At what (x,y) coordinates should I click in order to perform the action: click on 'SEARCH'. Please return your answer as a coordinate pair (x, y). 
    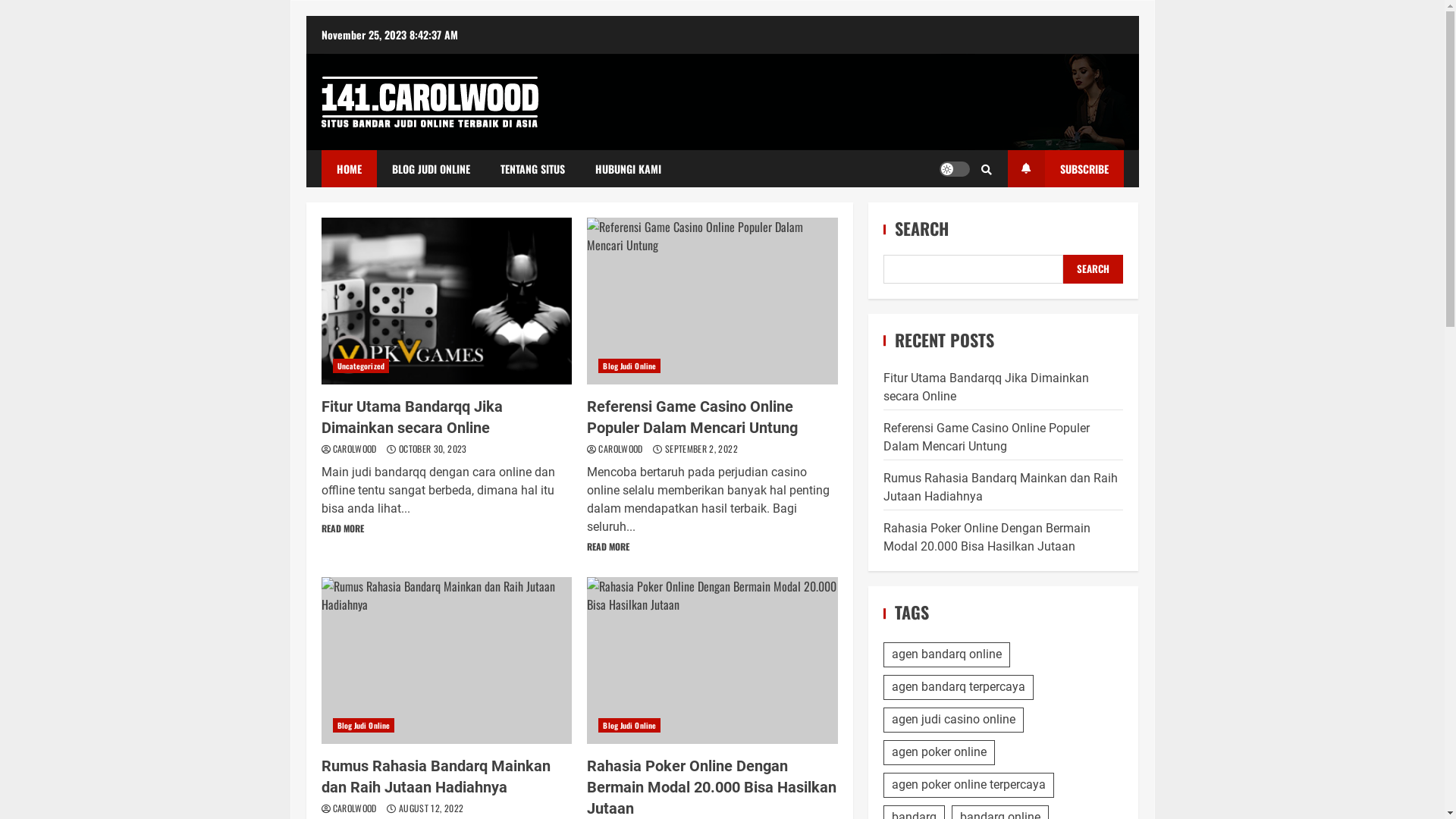
    Looking at the image, I should click on (1093, 268).